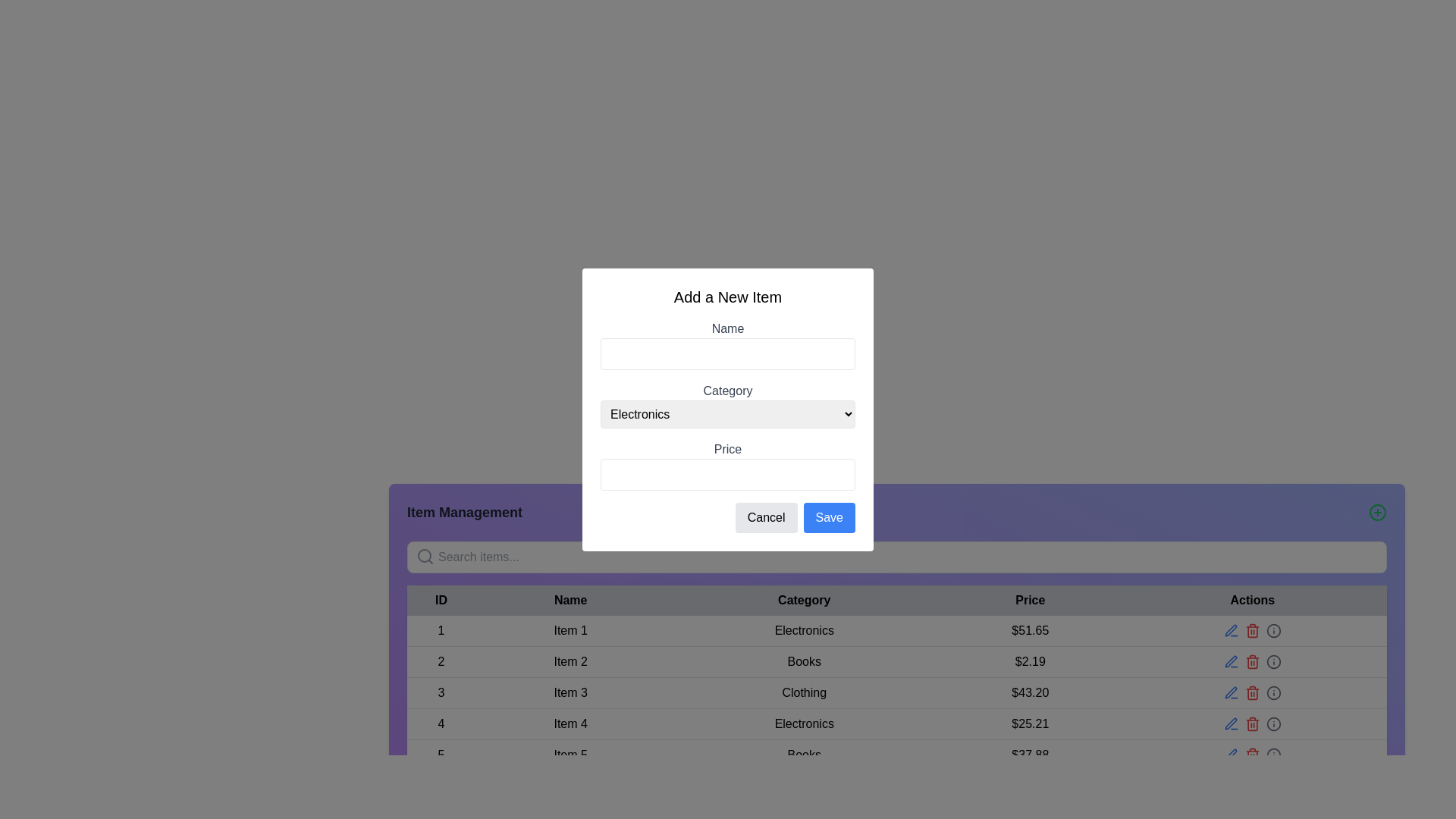 The image size is (1456, 819). I want to click on the interactive trash can icon located in the 'Actions' column of the table, which is the second icon in the row for 'Item 3', so click(1252, 693).